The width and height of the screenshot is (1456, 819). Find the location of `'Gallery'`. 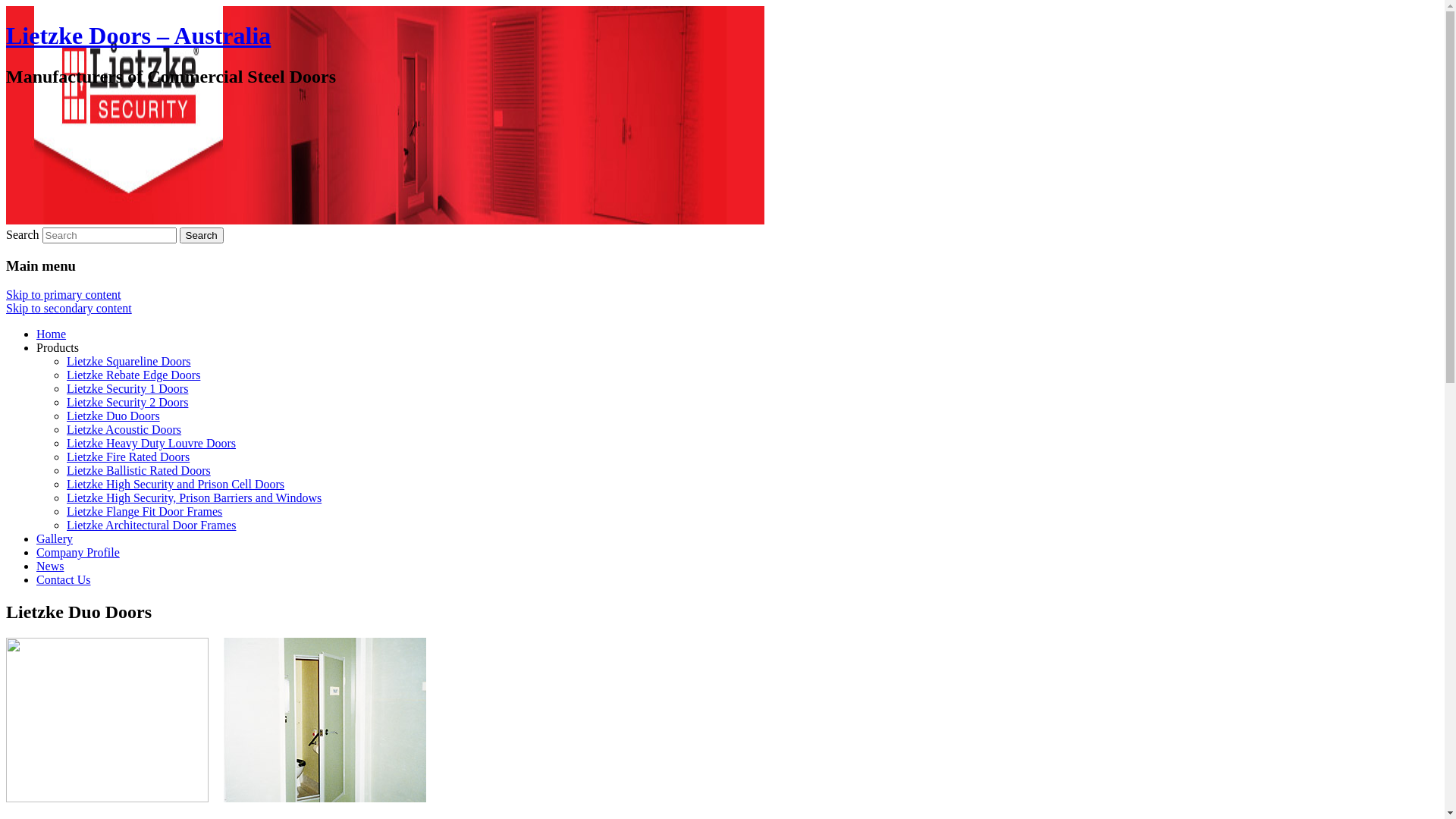

'Gallery' is located at coordinates (55, 538).